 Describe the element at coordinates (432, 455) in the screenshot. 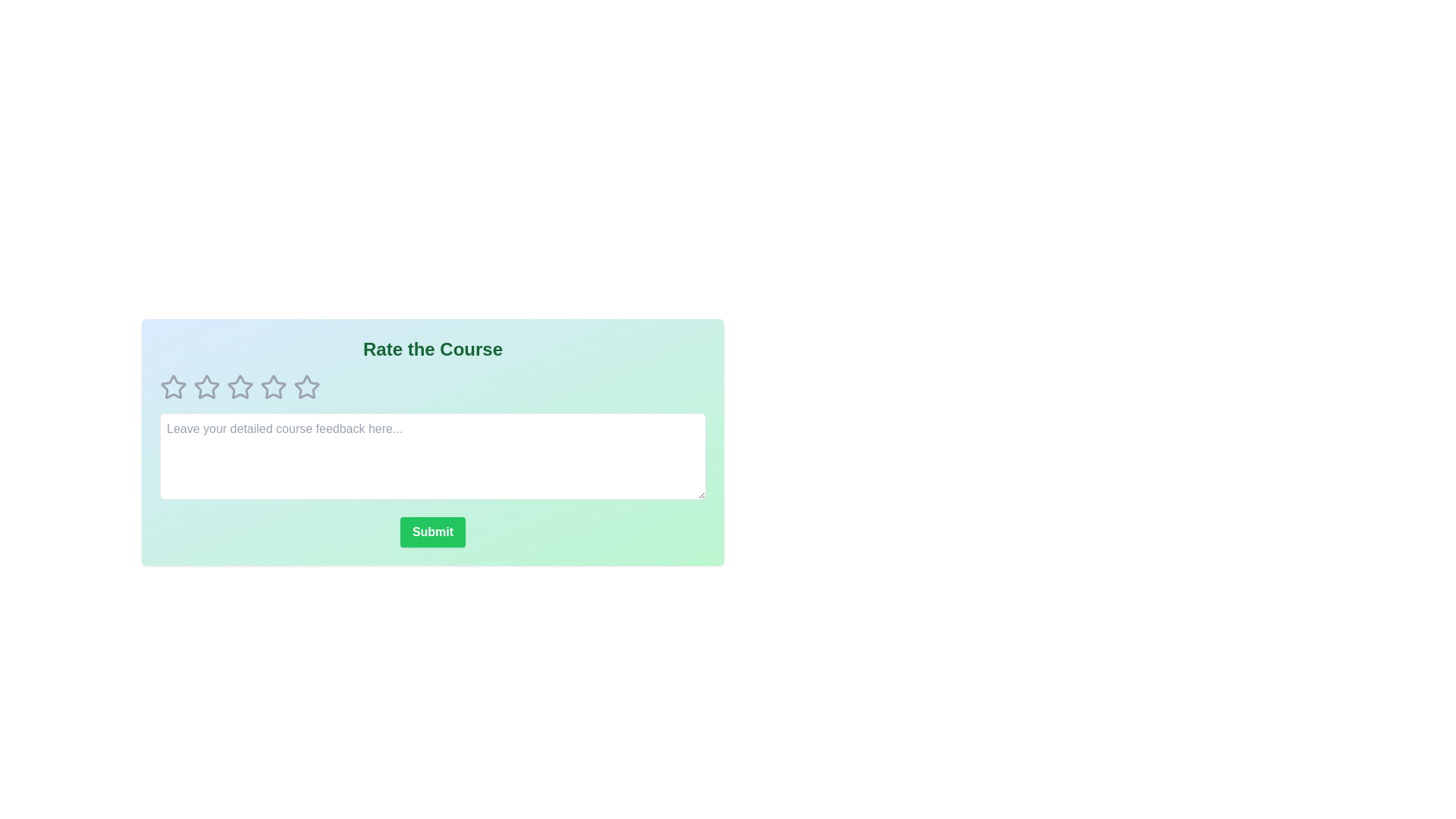

I see `the feedback textbox to select it and enable text input` at that location.